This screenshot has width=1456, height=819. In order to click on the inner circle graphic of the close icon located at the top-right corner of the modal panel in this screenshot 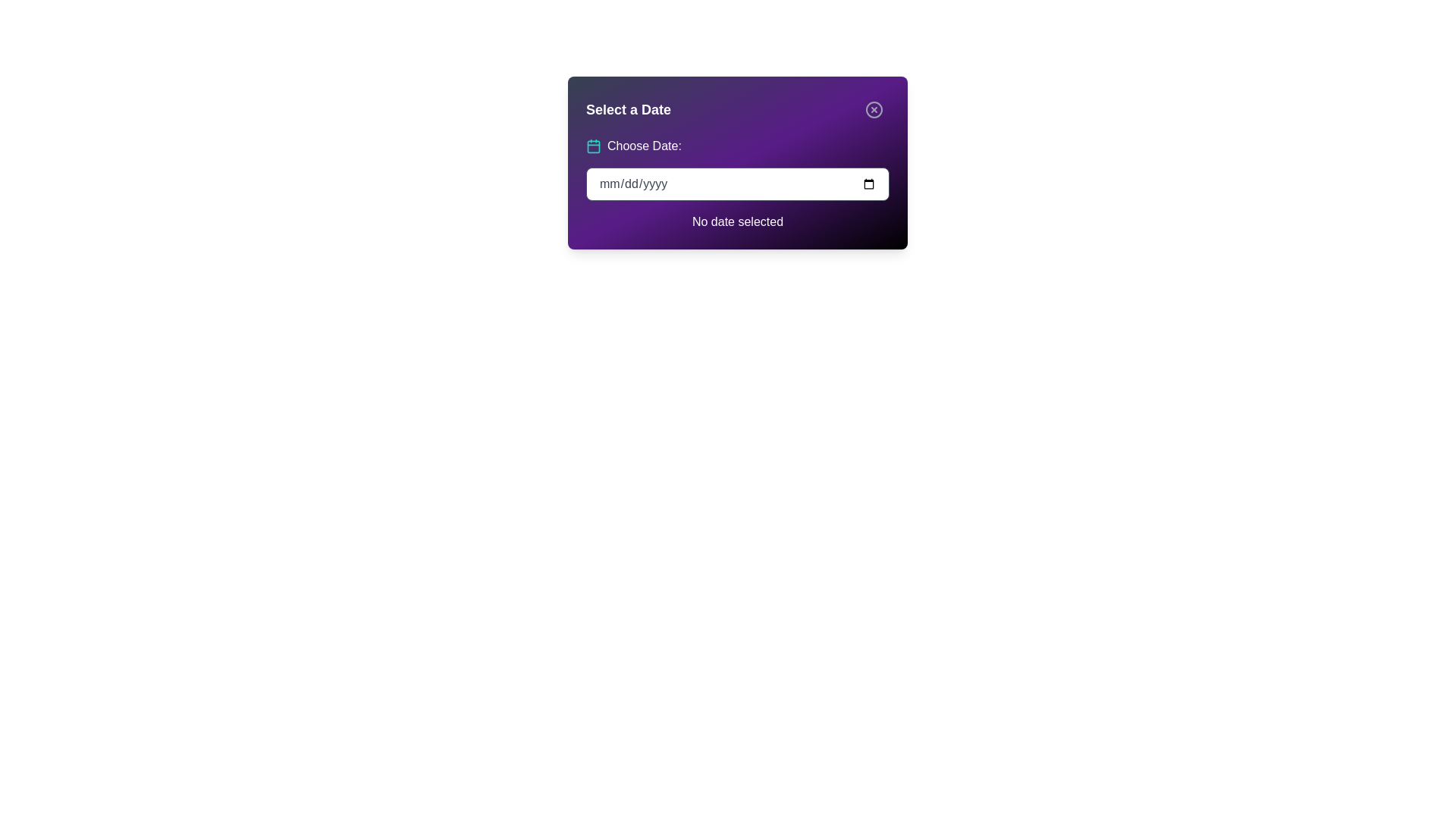, I will do `click(874, 109)`.